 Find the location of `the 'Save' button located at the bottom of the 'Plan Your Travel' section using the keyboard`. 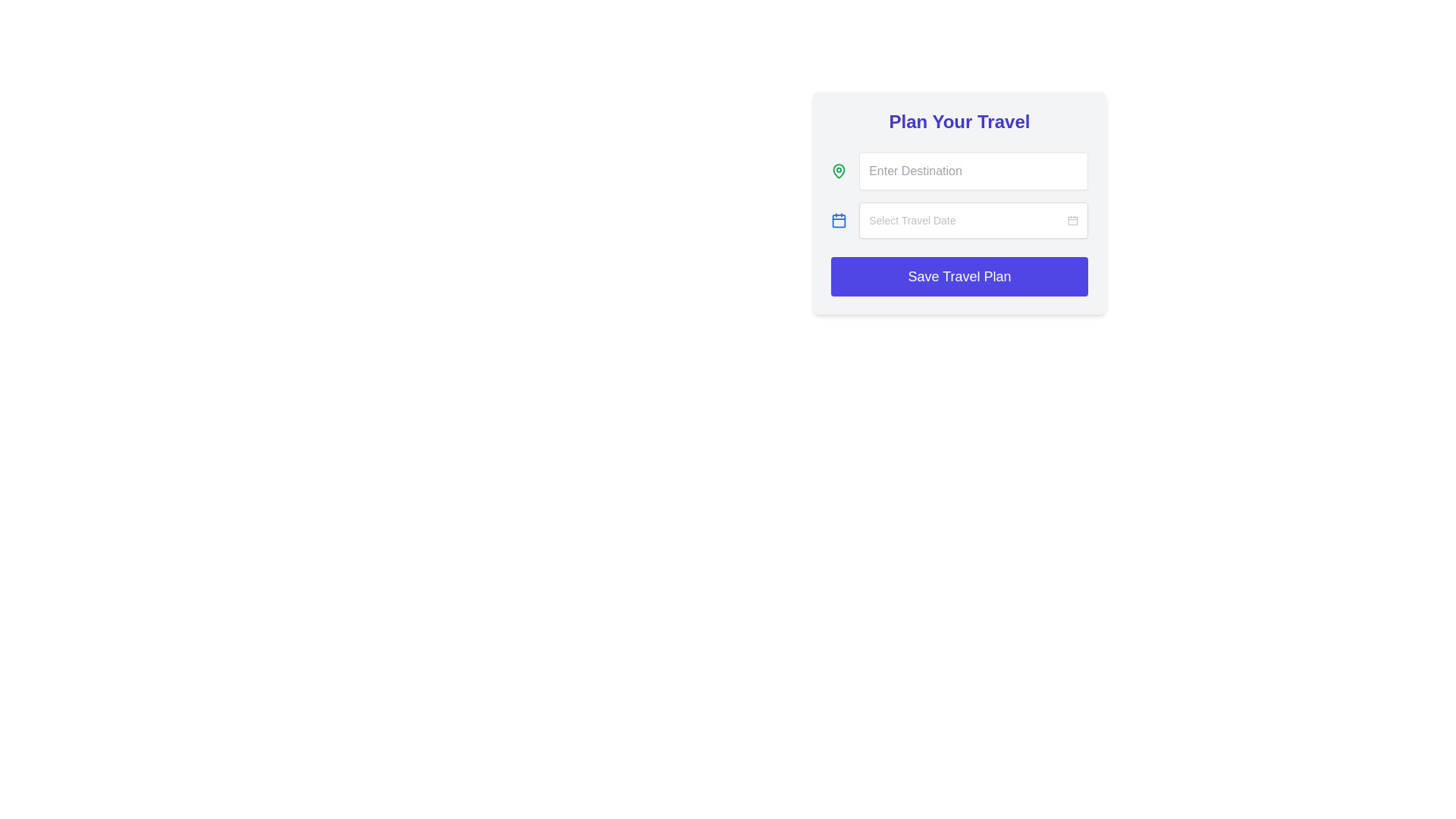

the 'Save' button located at the bottom of the 'Plan Your Travel' section using the keyboard is located at coordinates (959, 277).